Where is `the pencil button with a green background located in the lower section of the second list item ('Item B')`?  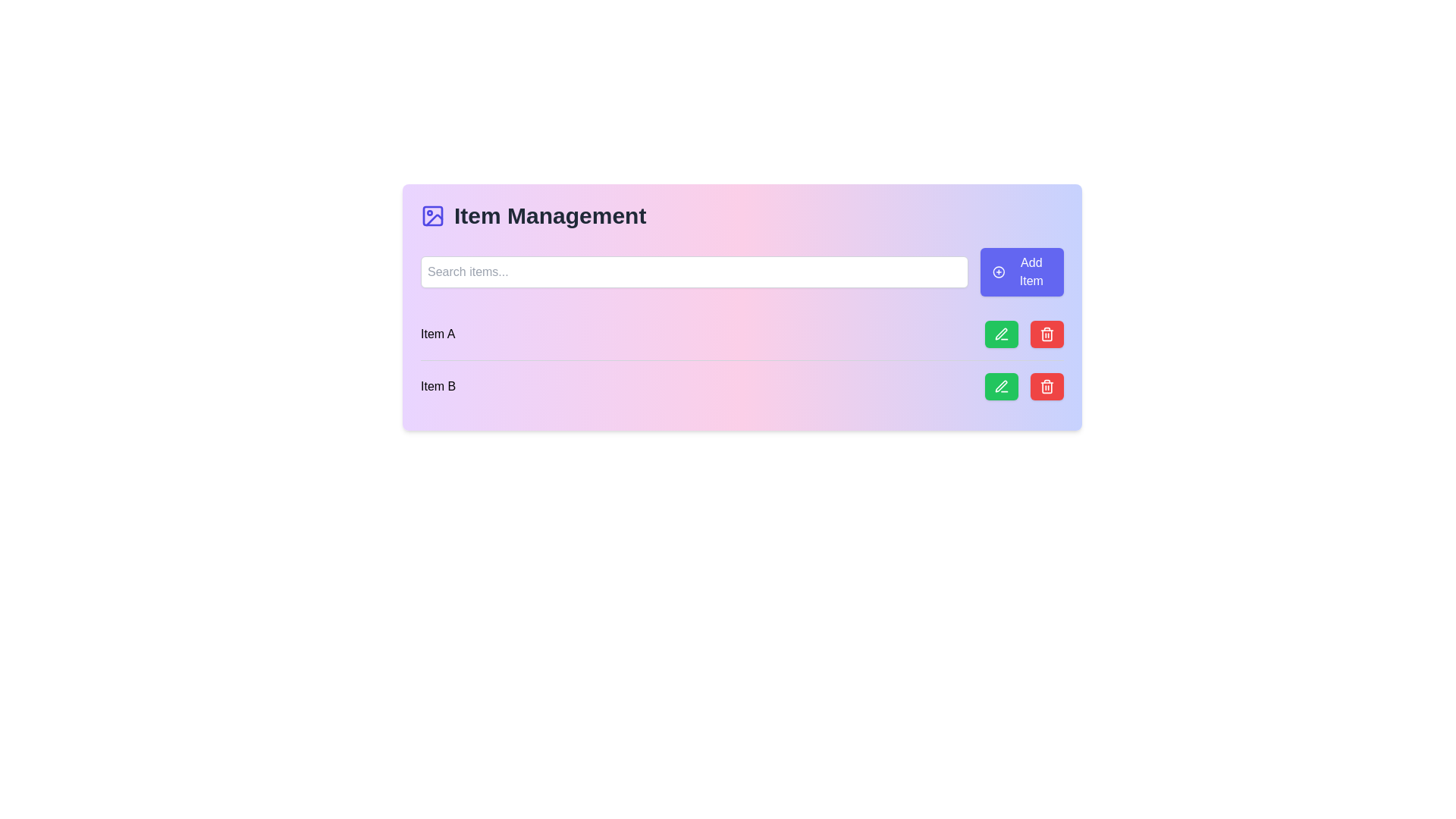 the pencil button with a green background located in the lower section of the second list item ('Item B') is located at coordinates (1001, 332).